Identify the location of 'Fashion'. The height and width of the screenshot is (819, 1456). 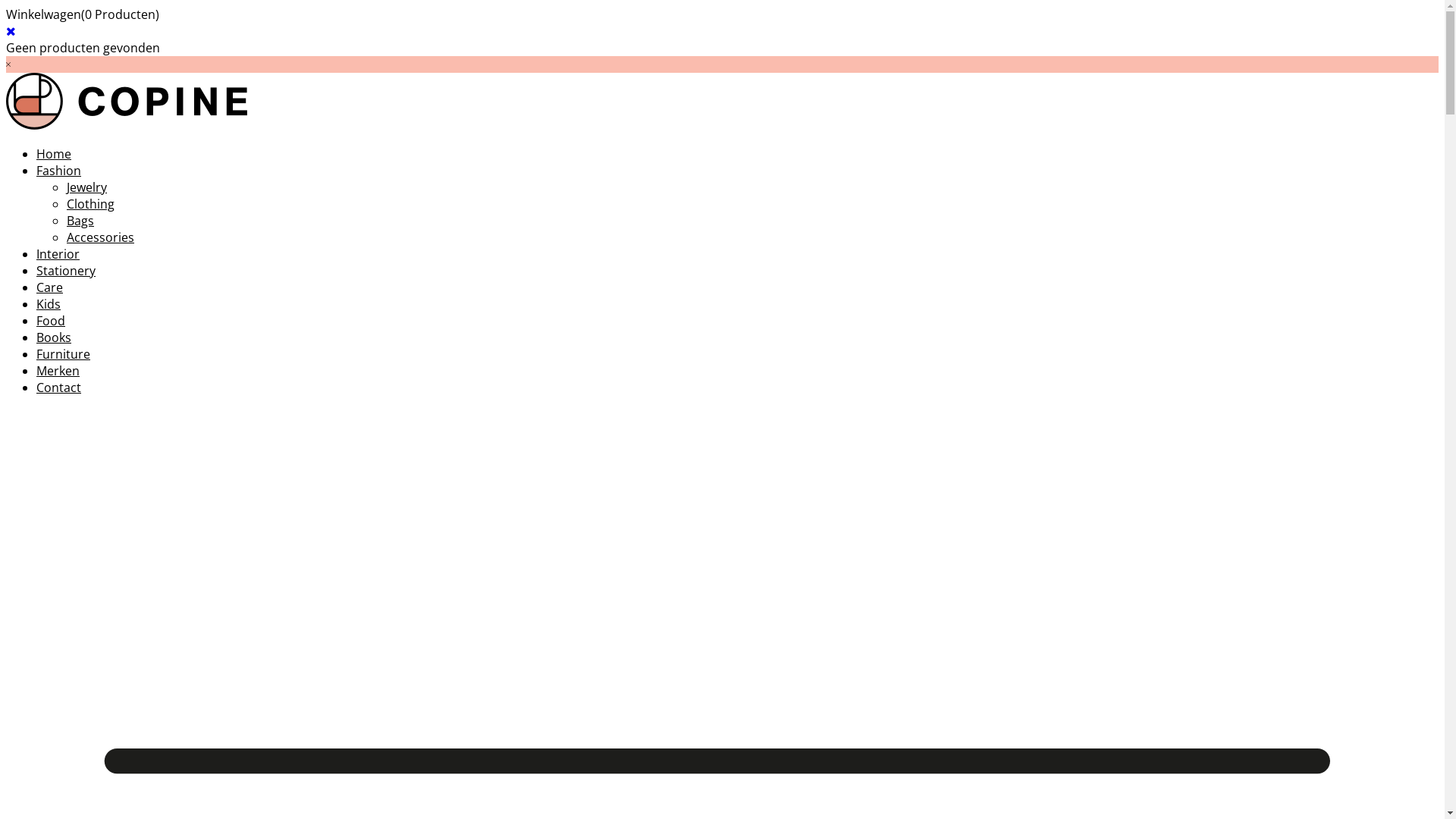
(58, 170).